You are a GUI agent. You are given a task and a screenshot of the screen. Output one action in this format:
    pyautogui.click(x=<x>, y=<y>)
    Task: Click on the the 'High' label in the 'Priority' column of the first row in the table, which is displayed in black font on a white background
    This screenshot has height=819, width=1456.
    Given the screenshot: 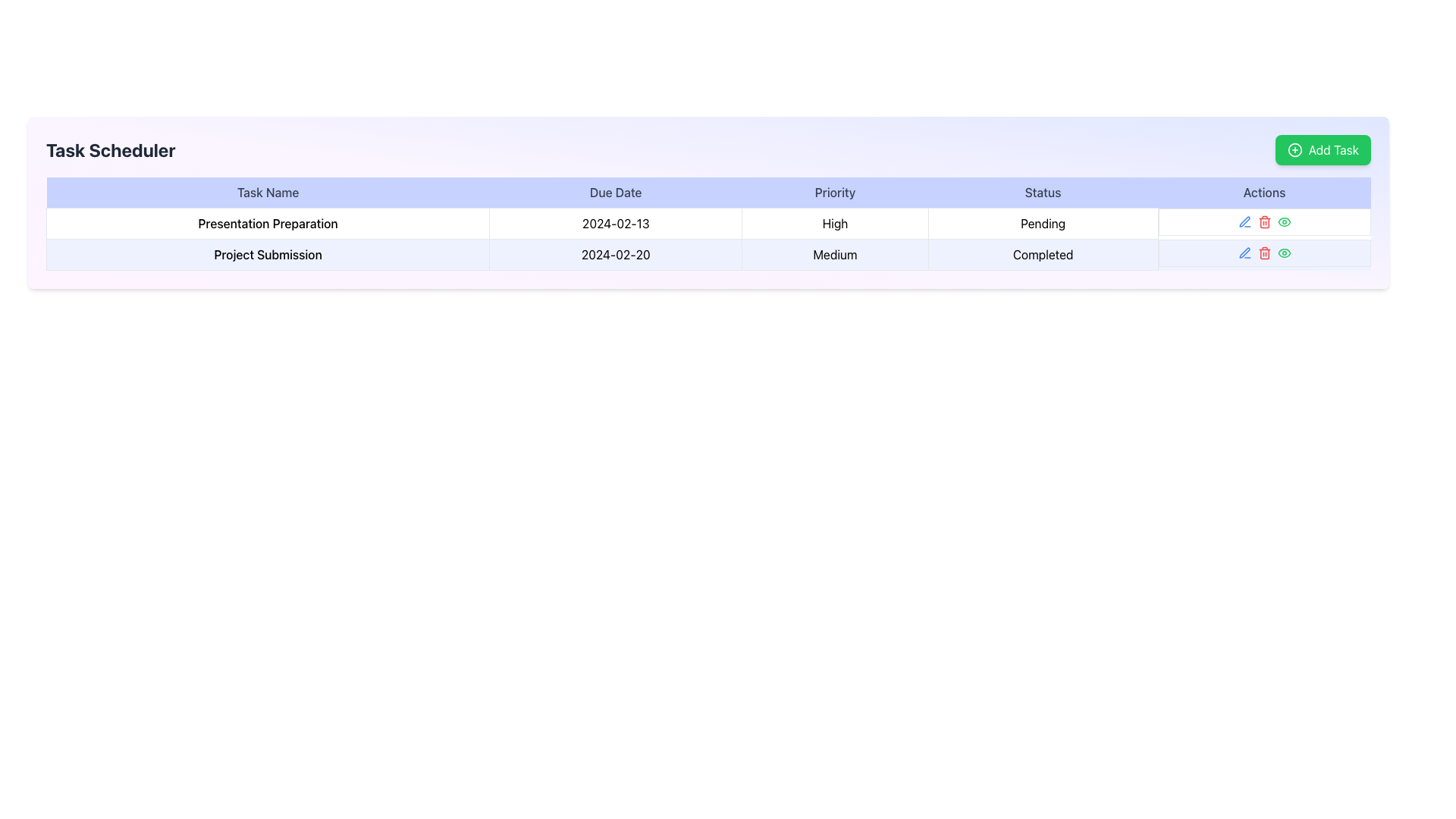 What is the action you would take?
    pyautogui.click(x=834, y=223)
    